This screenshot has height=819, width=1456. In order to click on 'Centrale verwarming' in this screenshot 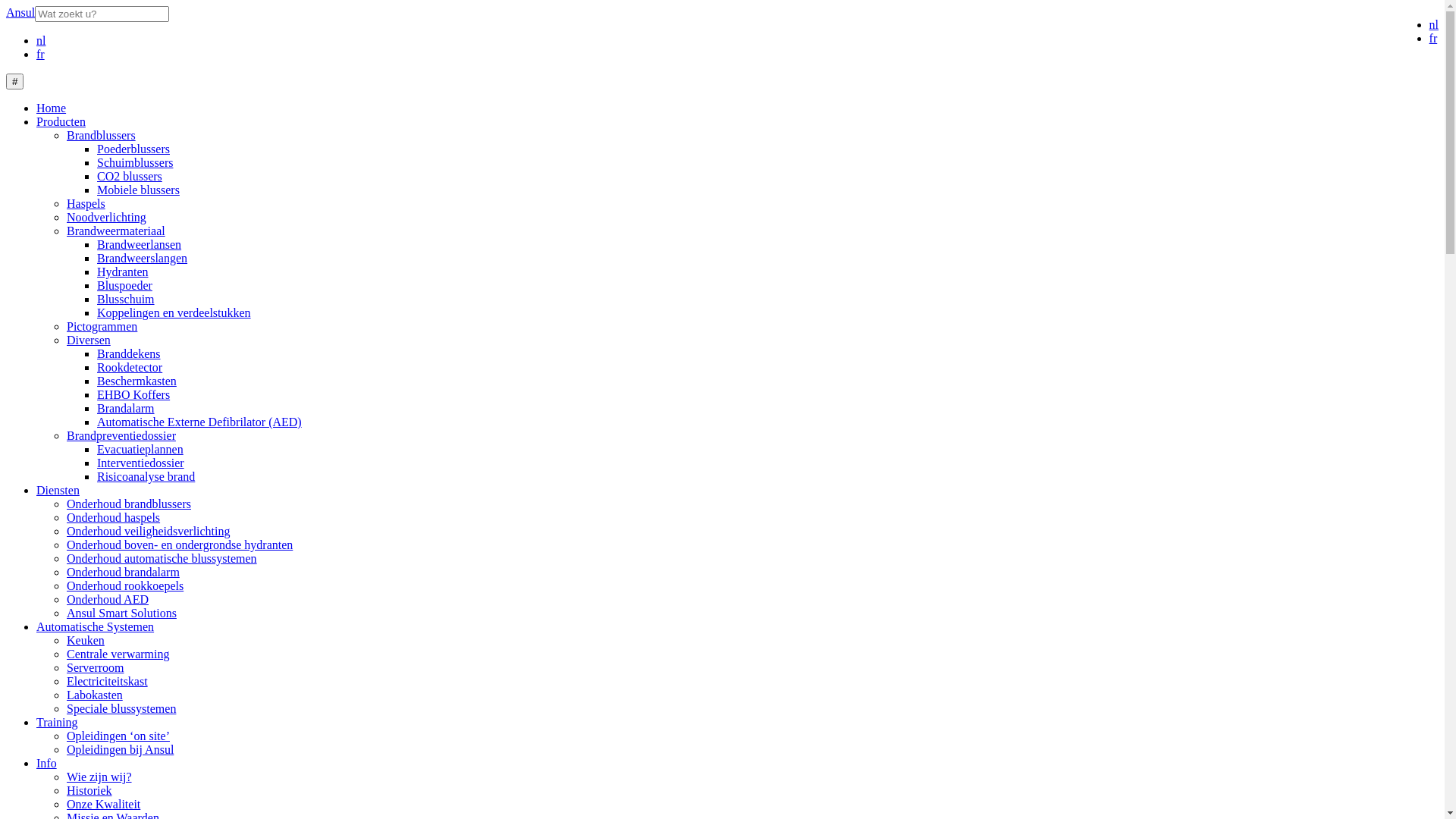, I will do `click(118, 653)`.